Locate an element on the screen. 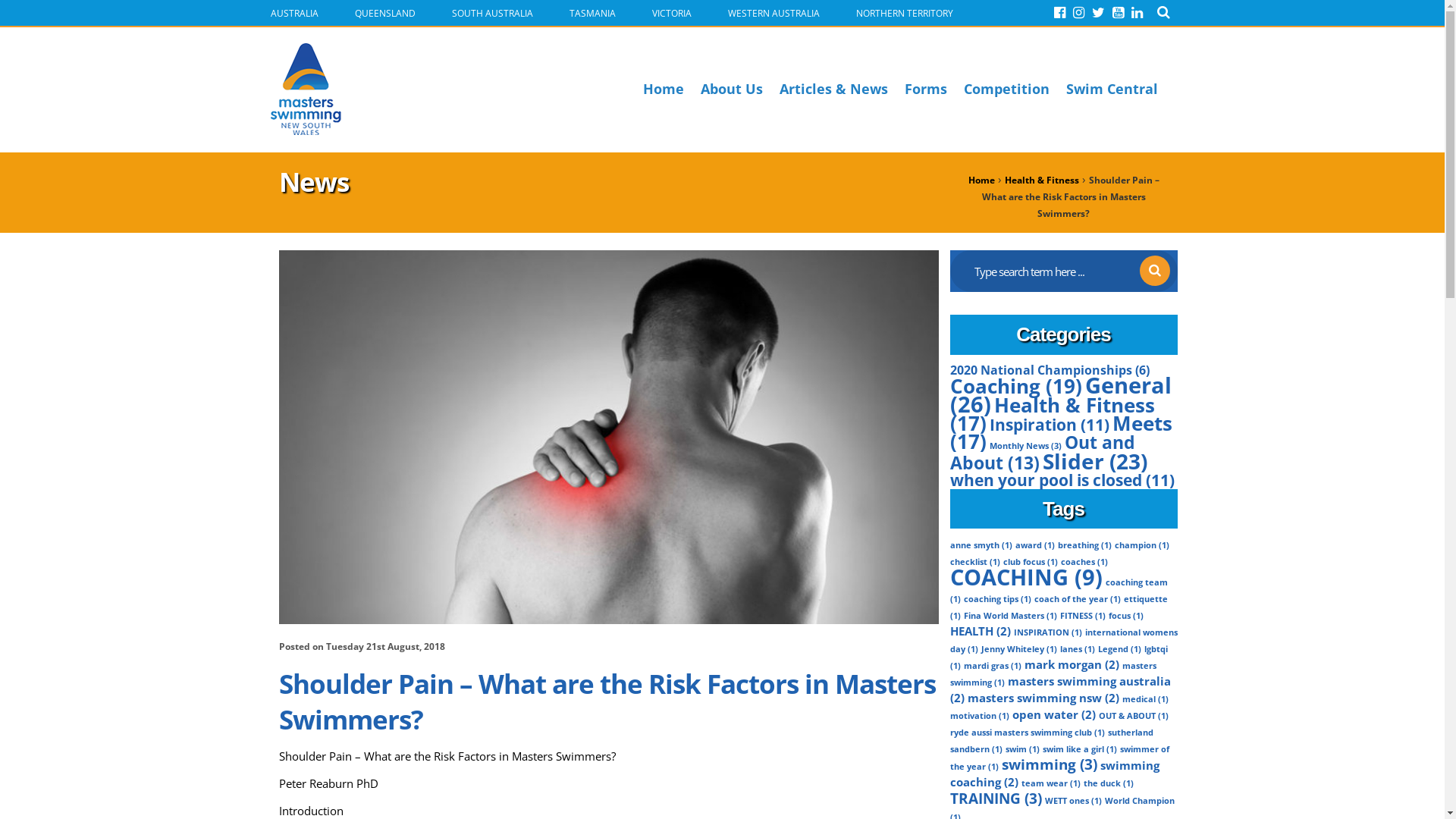  'Coaching (19)' is located at coordinates (1015, 385).